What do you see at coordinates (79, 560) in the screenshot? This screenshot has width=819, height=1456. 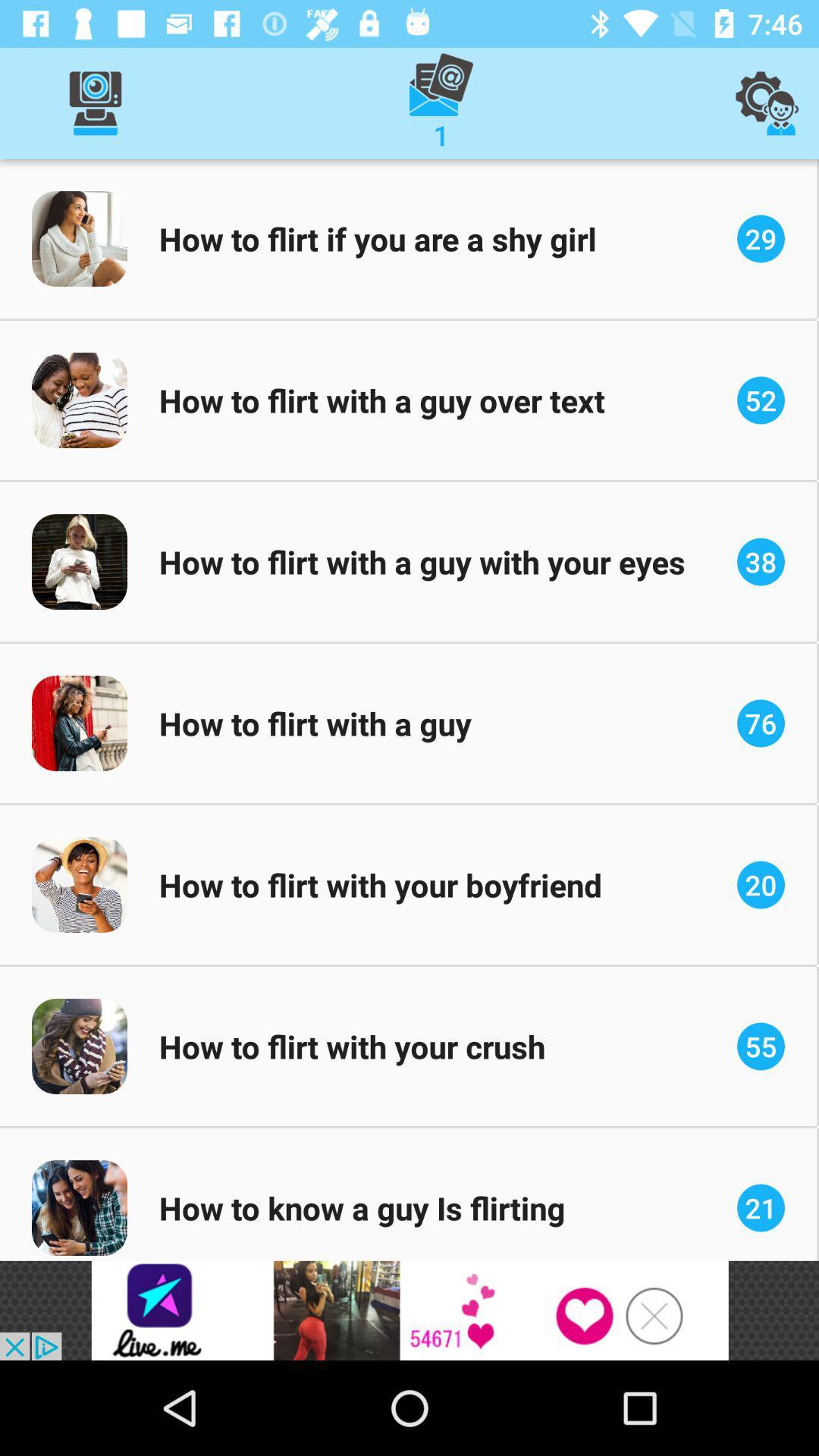 I see `the image to the left of the text how to flirt with a guy with your eyes` at bounding box center [79, 560].